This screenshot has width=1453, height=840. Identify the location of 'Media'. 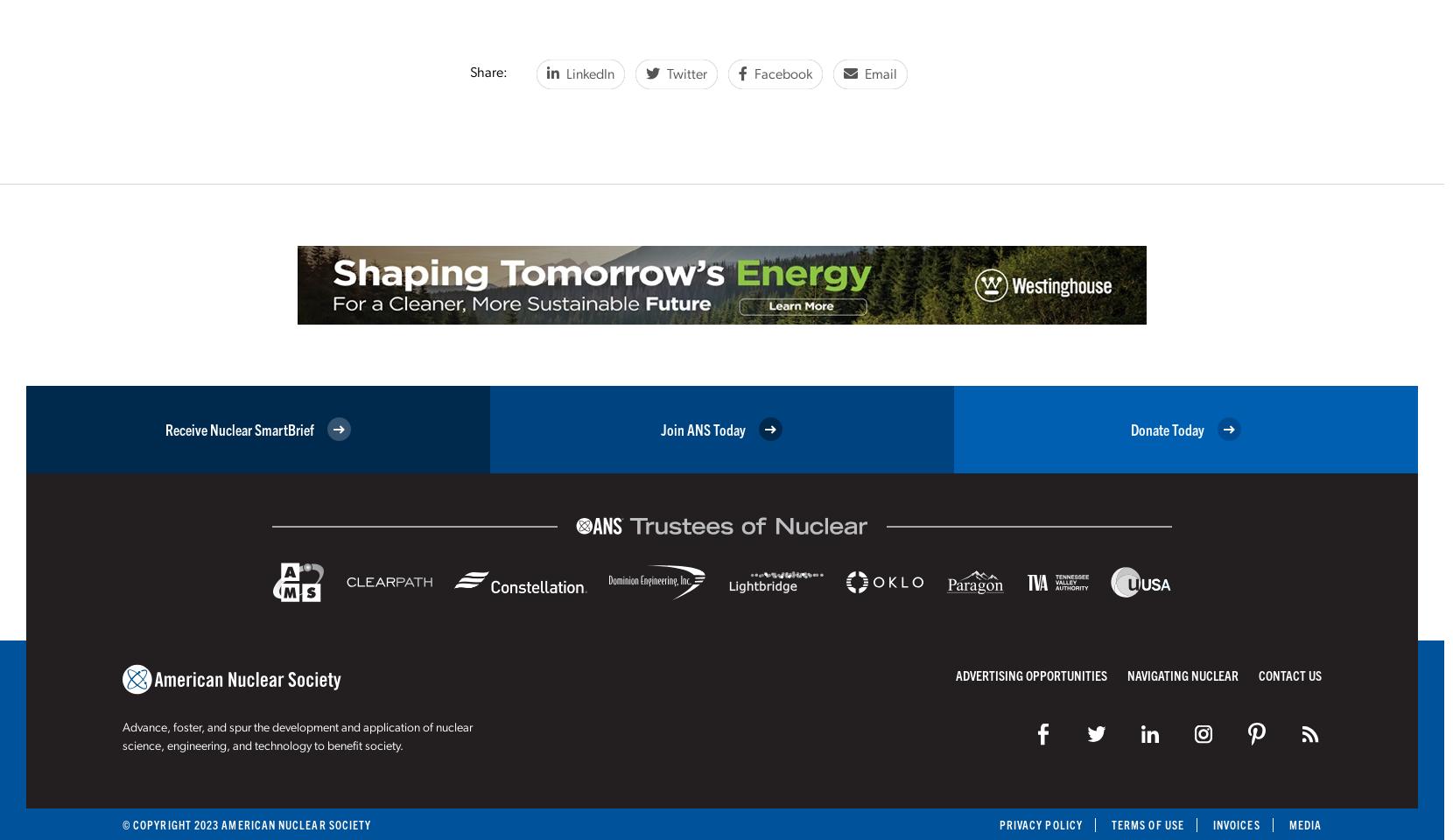
(1287, 824).